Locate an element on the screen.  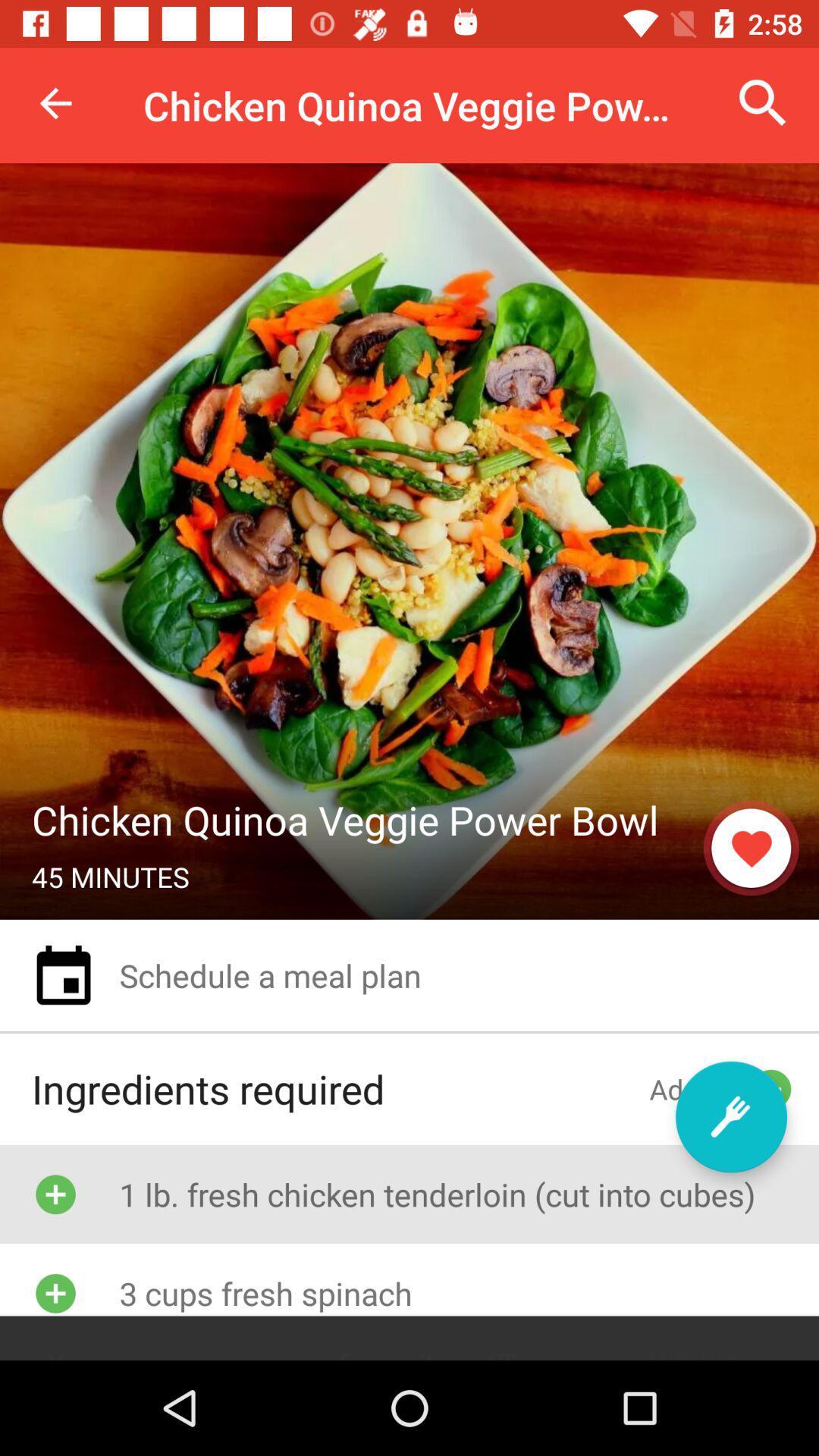
the  symbol at bottom left is located at coordinates (55, 1292).